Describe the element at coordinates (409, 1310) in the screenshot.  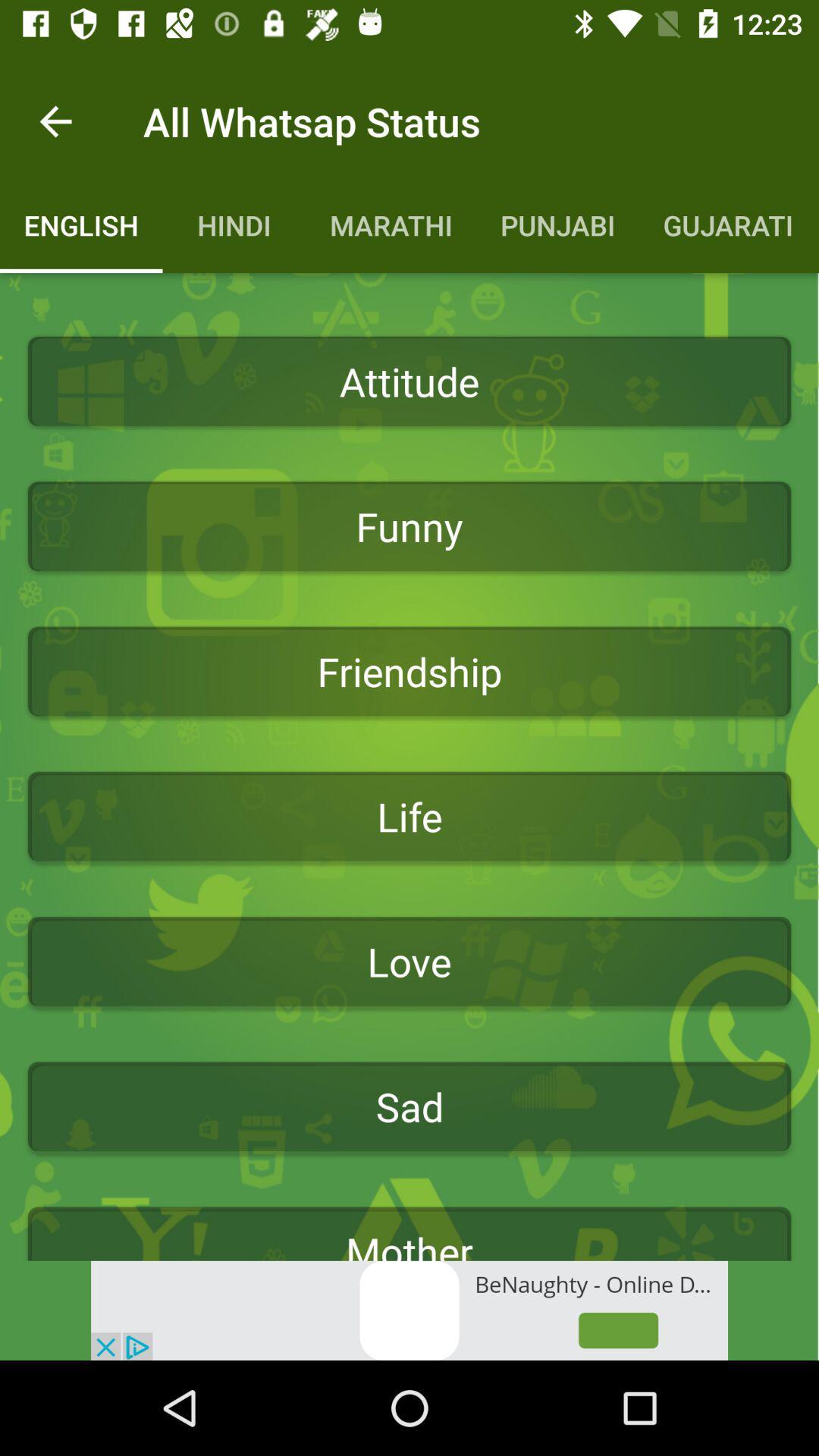
I see `its an advertisement` at that location.